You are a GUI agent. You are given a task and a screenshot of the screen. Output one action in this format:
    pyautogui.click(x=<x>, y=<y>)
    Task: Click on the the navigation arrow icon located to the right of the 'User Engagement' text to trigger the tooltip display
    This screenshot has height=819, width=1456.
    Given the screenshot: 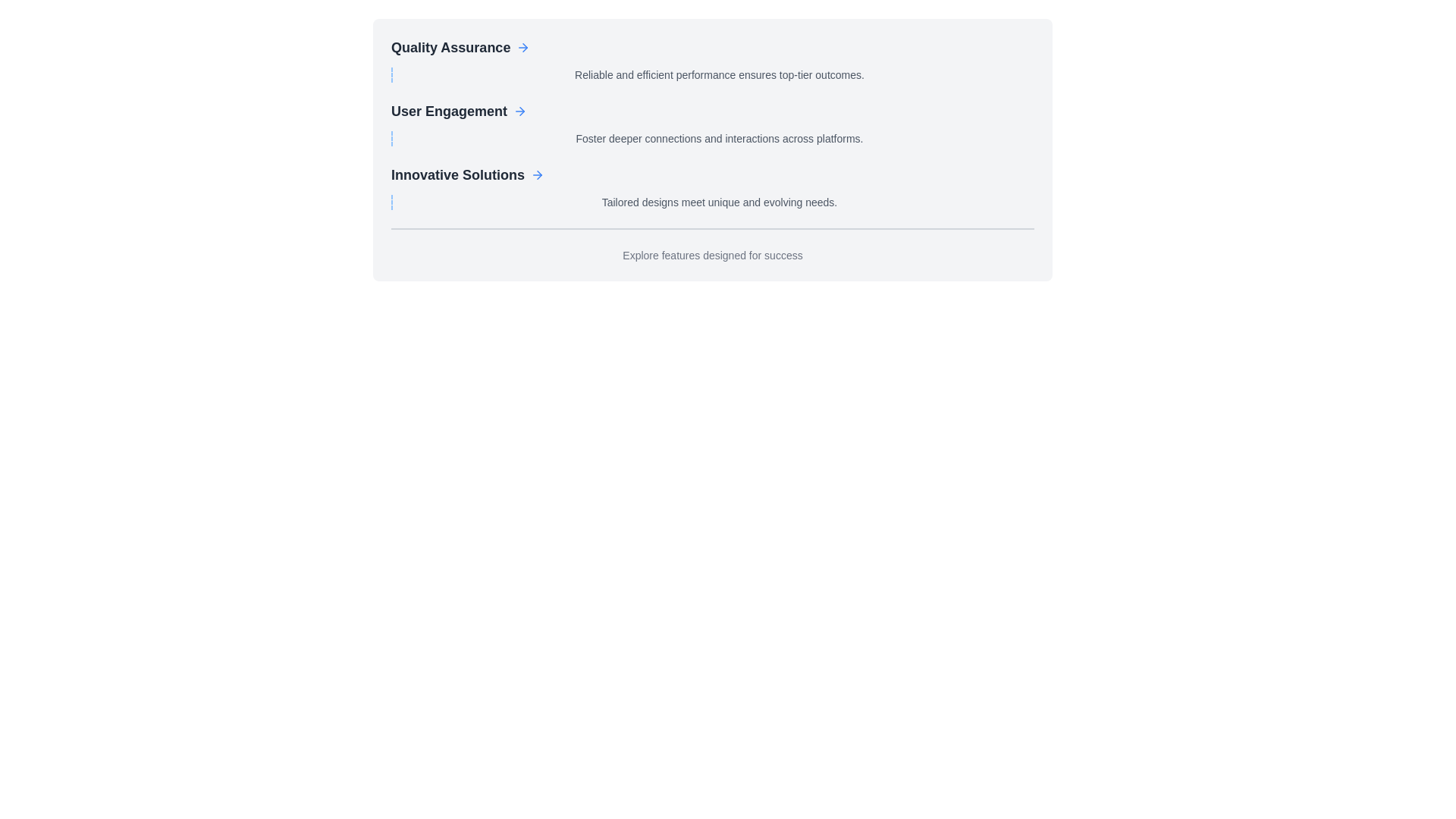 What is the action you would take?
    pyautogui.click(x=520, y=110)
    